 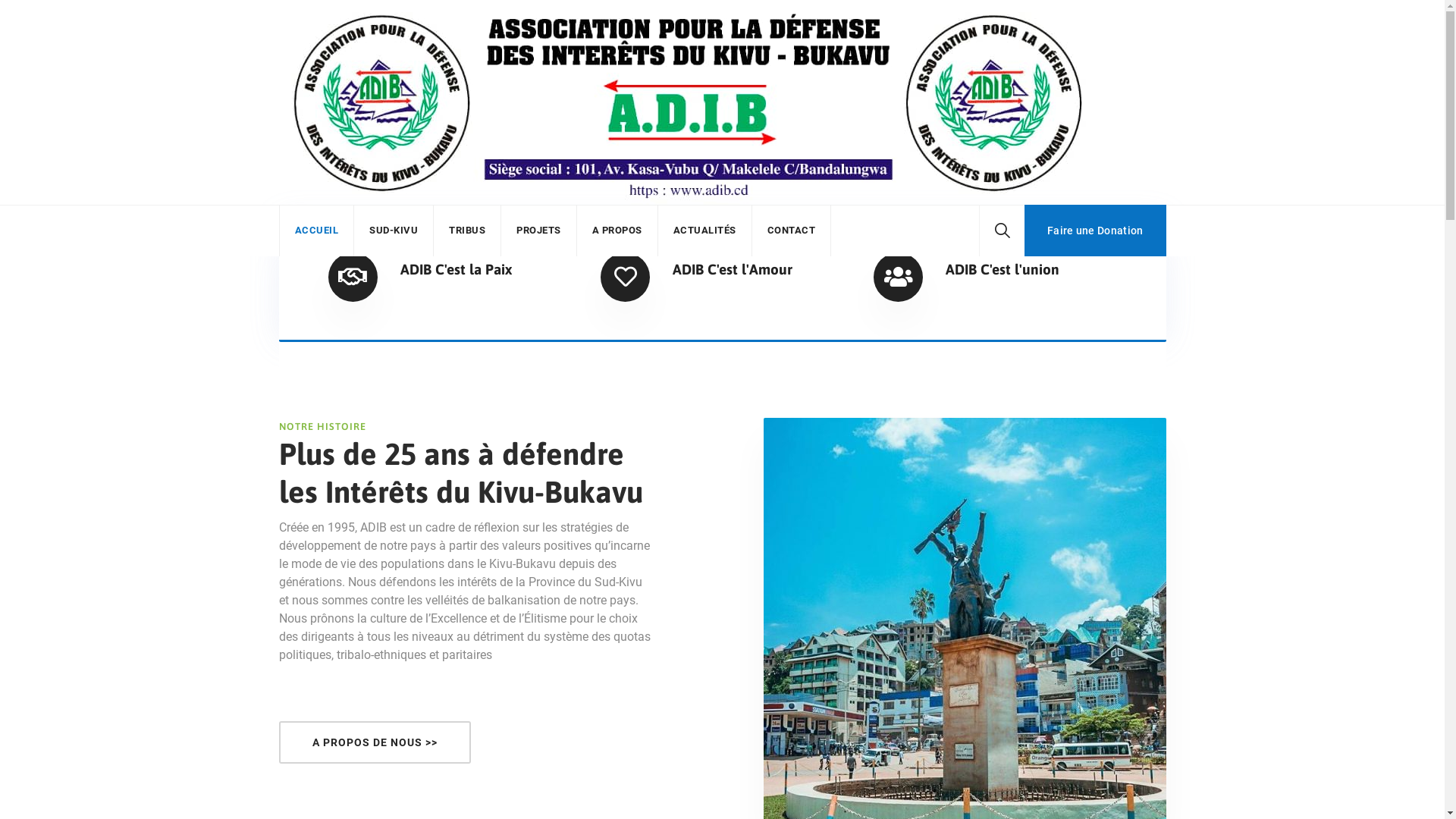 I want to click on 'Faire une Donation', so click(x=1095, y=231).